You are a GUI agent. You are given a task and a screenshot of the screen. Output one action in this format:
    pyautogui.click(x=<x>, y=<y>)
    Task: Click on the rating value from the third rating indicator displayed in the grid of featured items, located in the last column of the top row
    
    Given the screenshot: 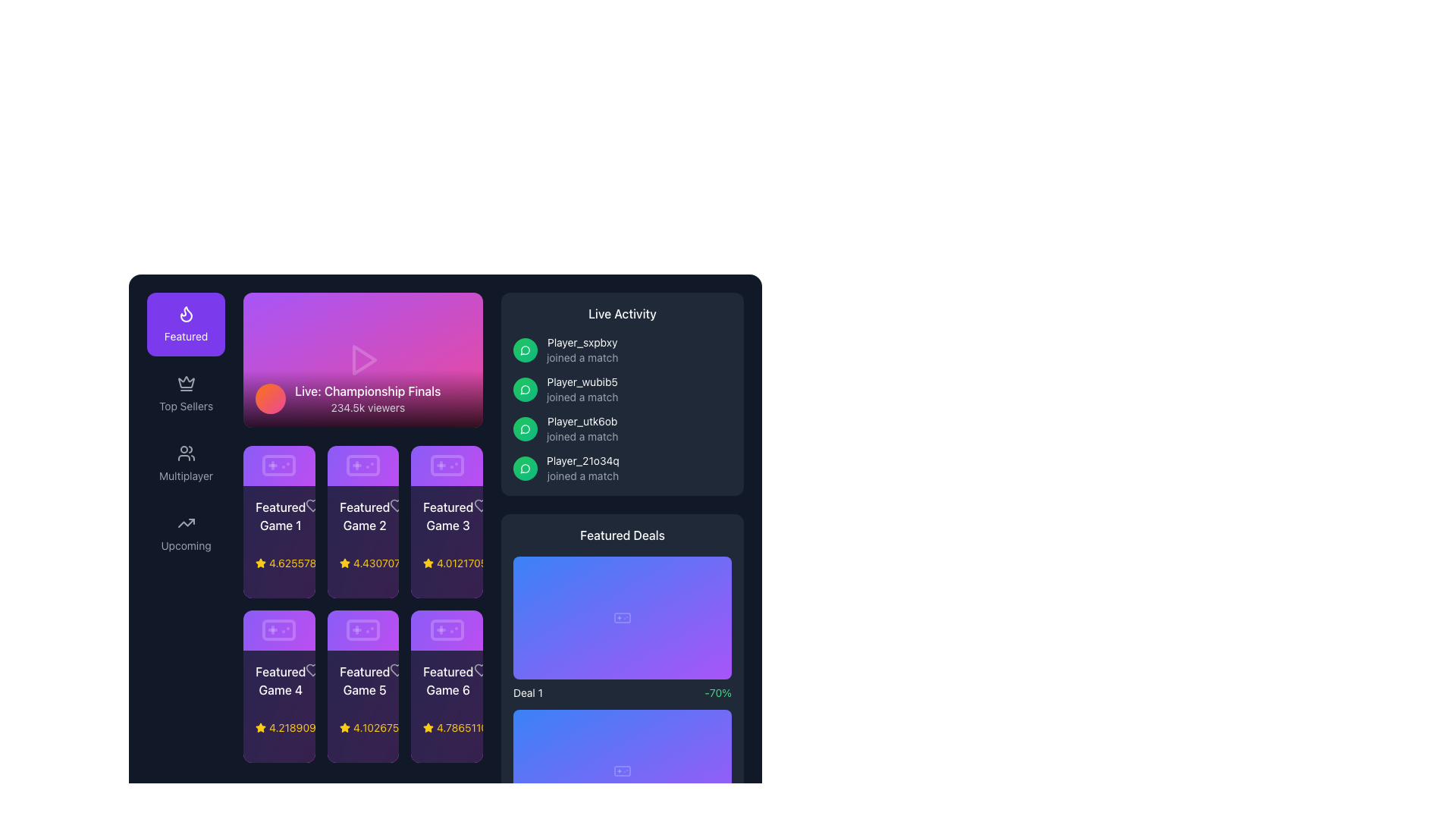 What is the action you would take?
    pyautogui.click(x=478, y=563)
    